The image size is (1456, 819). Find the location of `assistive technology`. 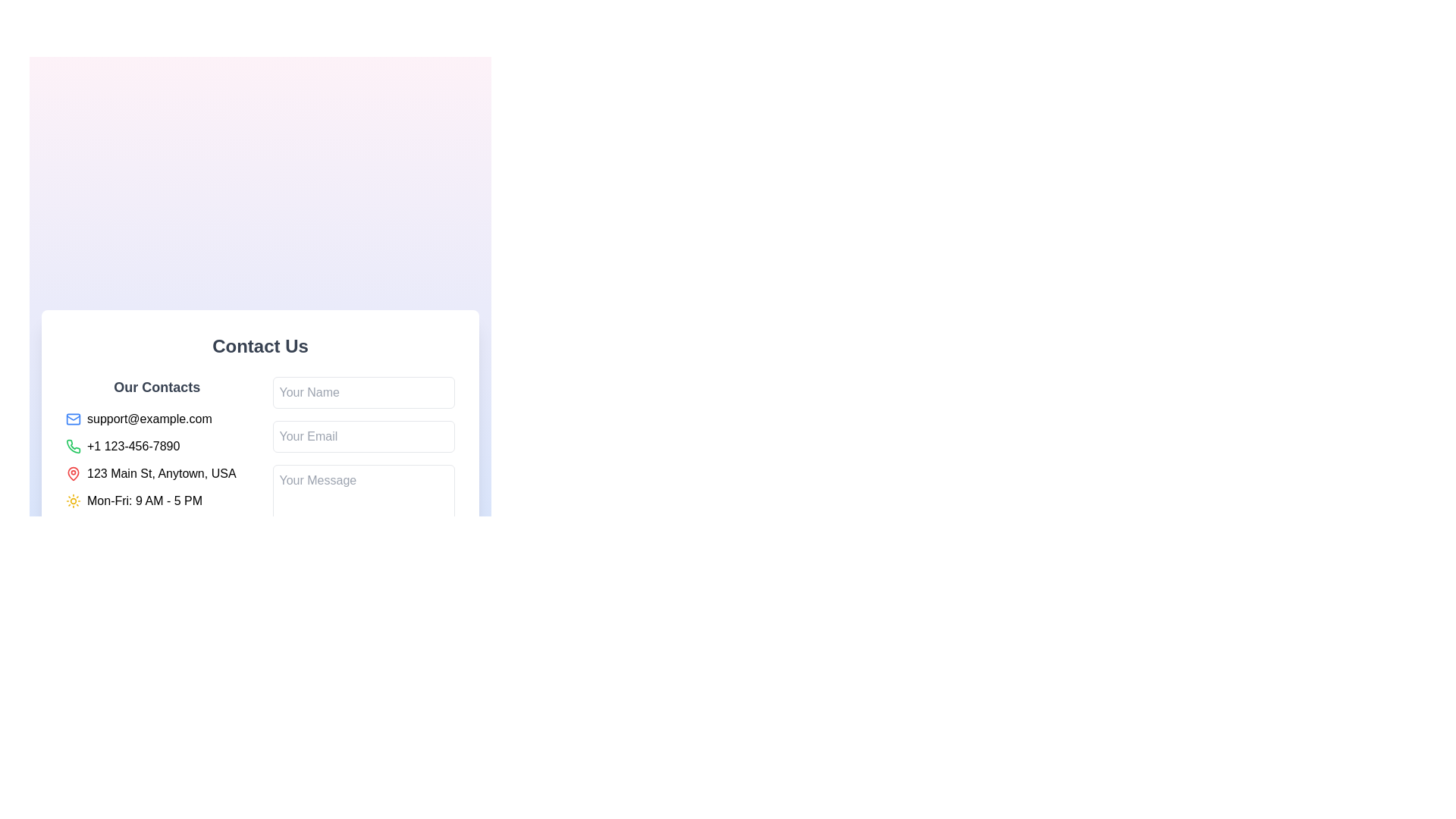

assistive technology is located at coordinates (72, 500).